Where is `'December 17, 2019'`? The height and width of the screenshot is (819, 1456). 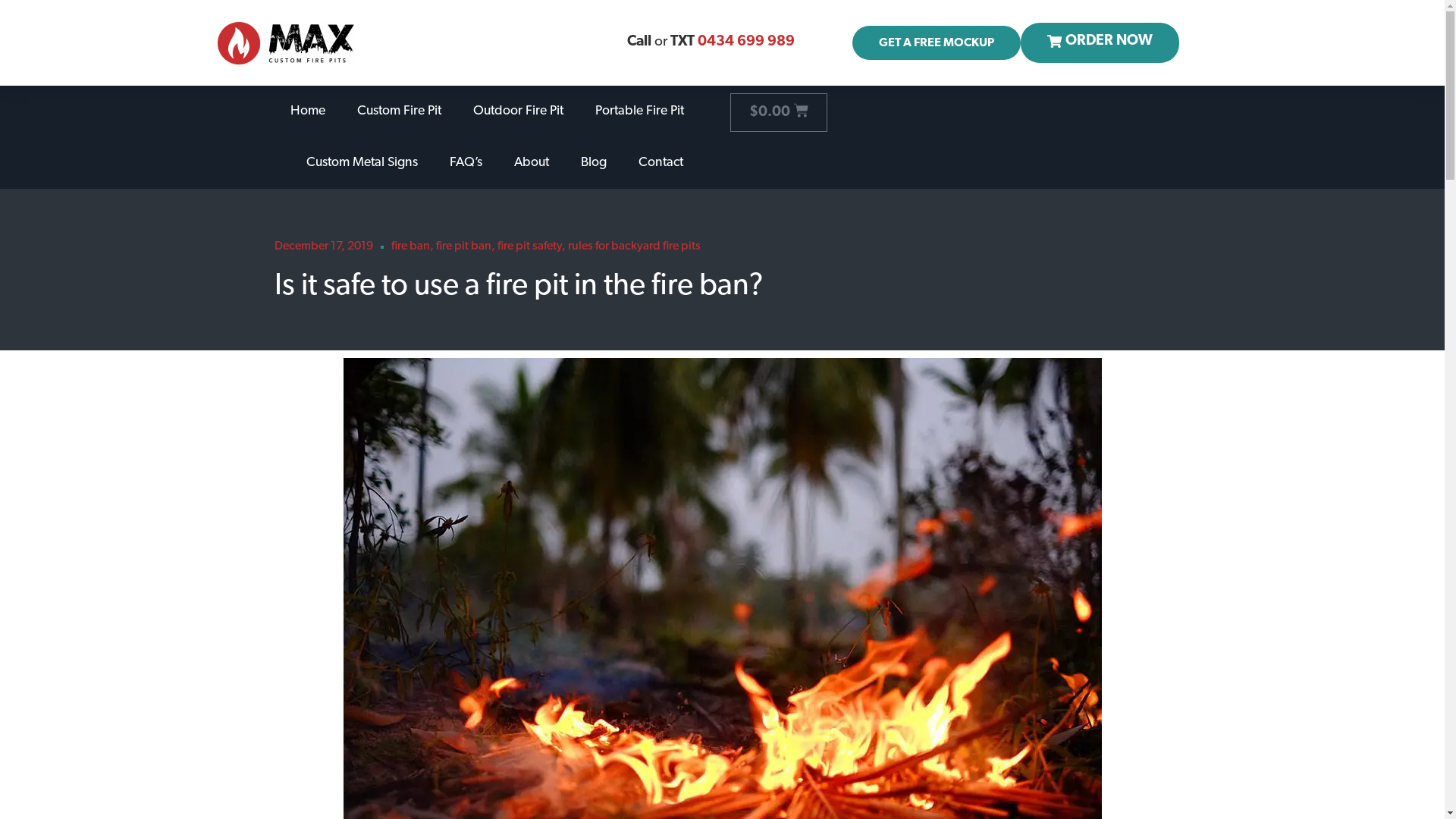
'December 17, 2019' is located at coordinates (323, 246).